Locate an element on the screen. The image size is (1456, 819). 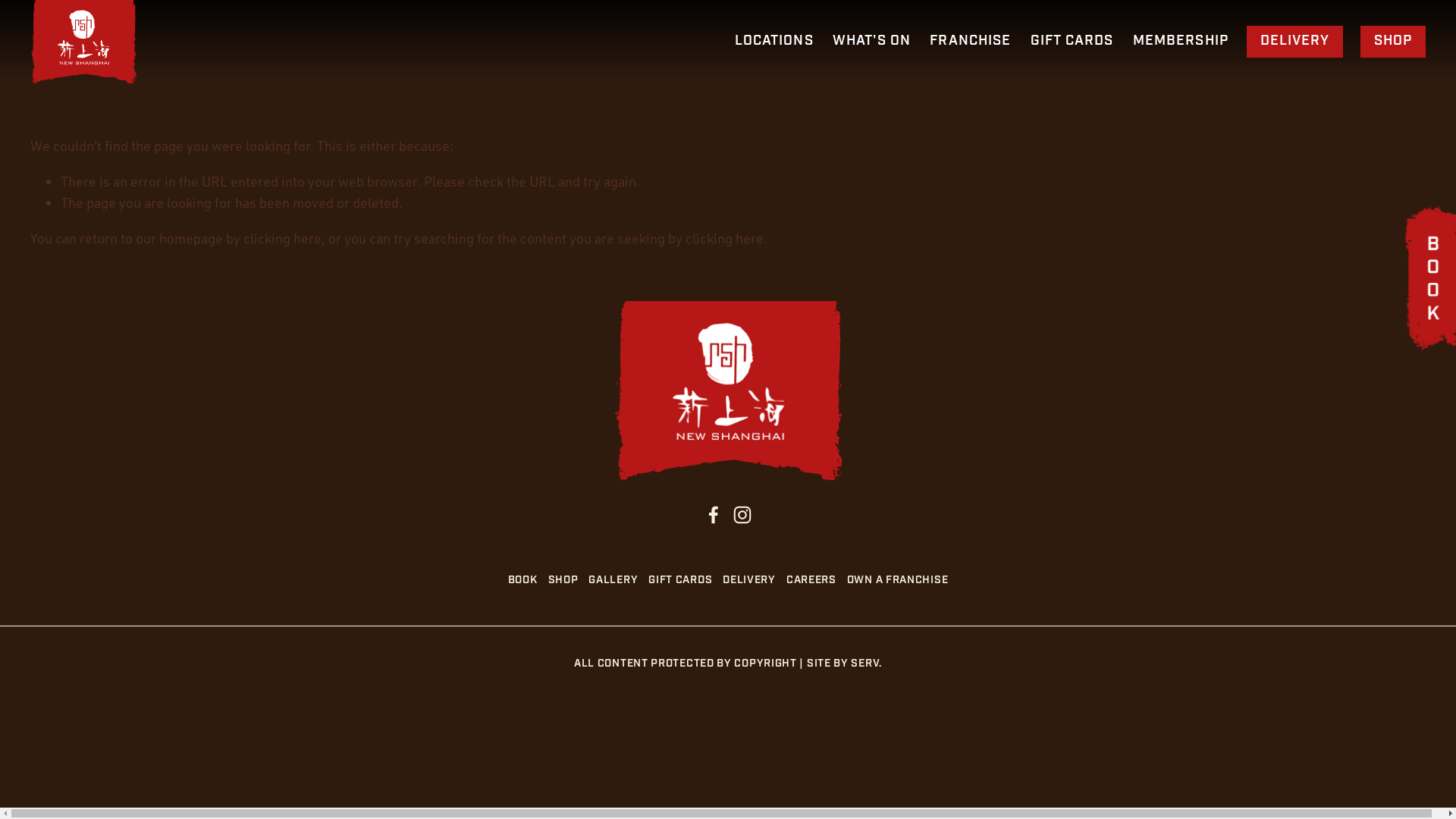
'GIFT CARDS' is located at coordinates (1072, 40).